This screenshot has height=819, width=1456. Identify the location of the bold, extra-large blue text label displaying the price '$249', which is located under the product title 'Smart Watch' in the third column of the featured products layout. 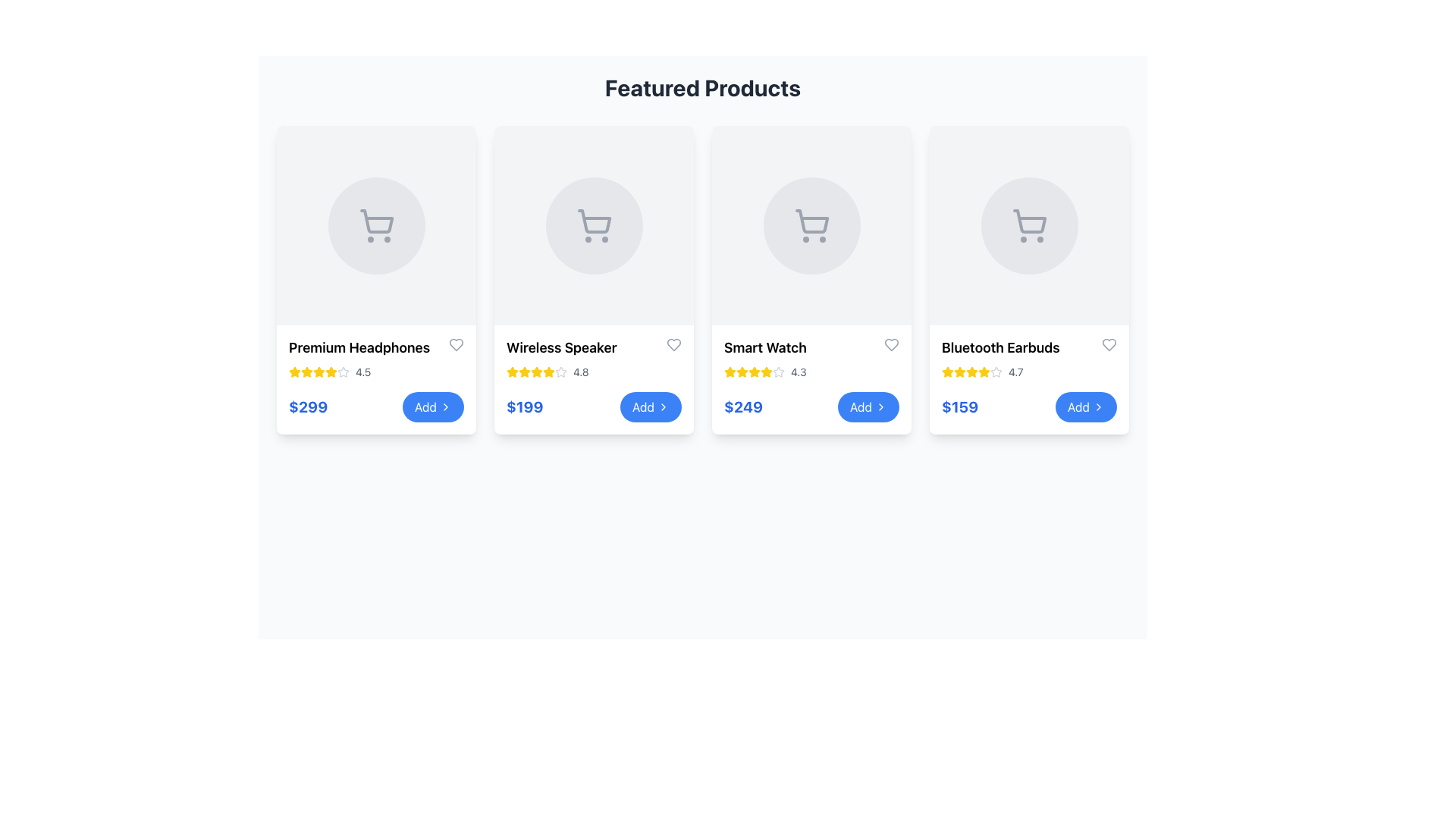
(743, 406).